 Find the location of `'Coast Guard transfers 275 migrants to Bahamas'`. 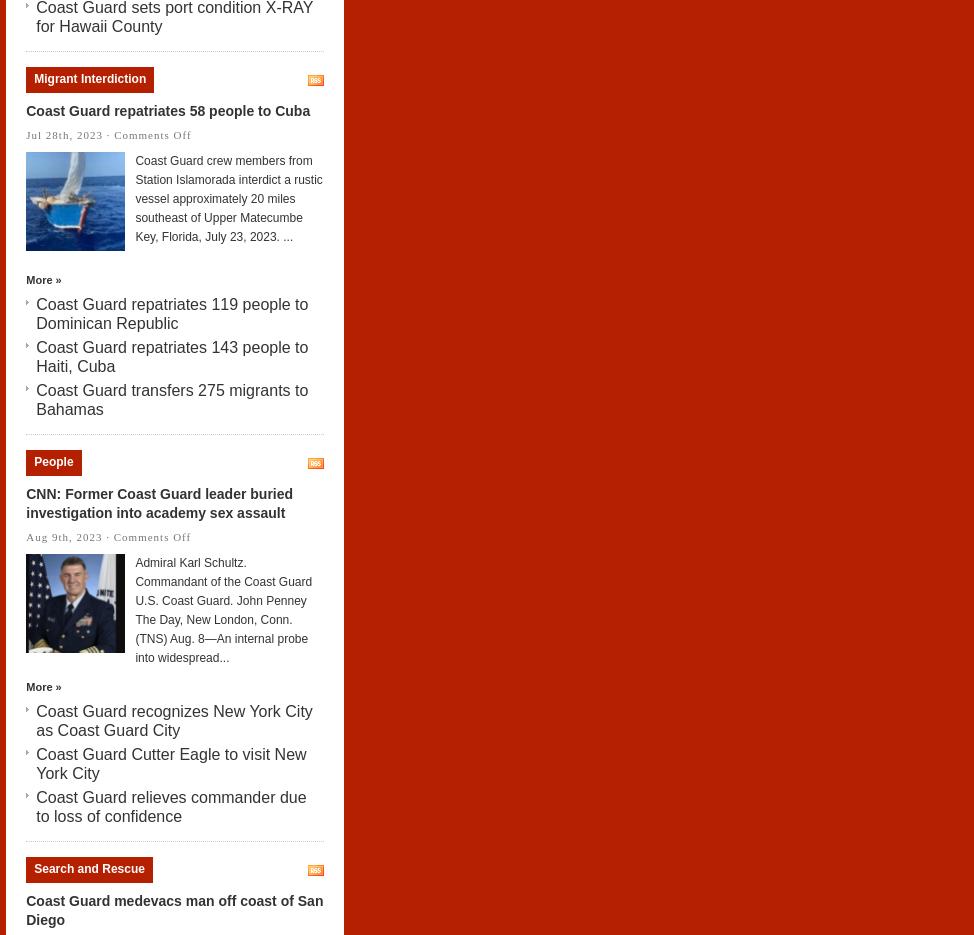

'Coast Guard transfers 275 migrants to Bahamas' is located at coordinates (172, 398).